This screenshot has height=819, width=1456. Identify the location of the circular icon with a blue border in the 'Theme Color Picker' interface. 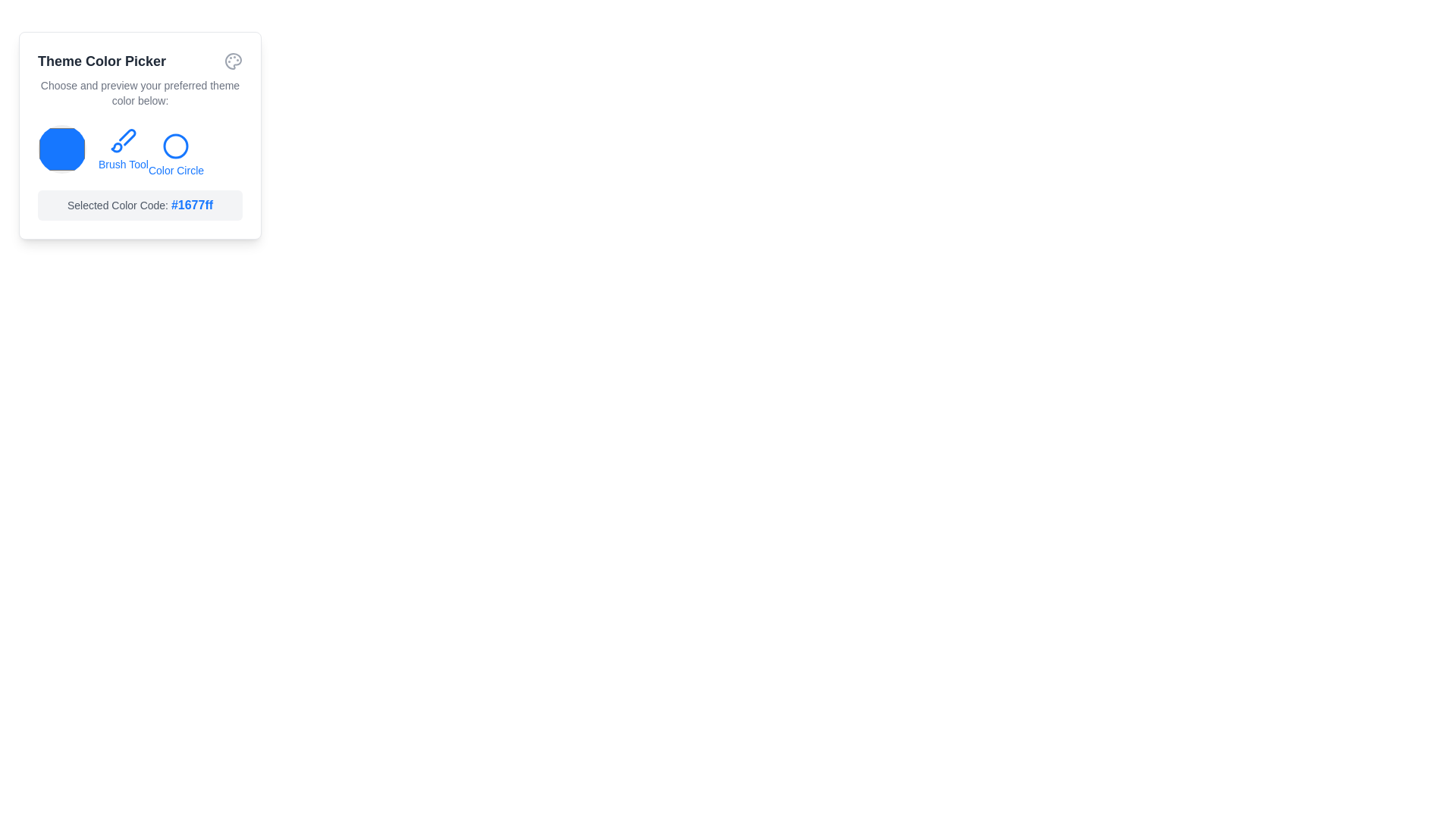
(176, 146).